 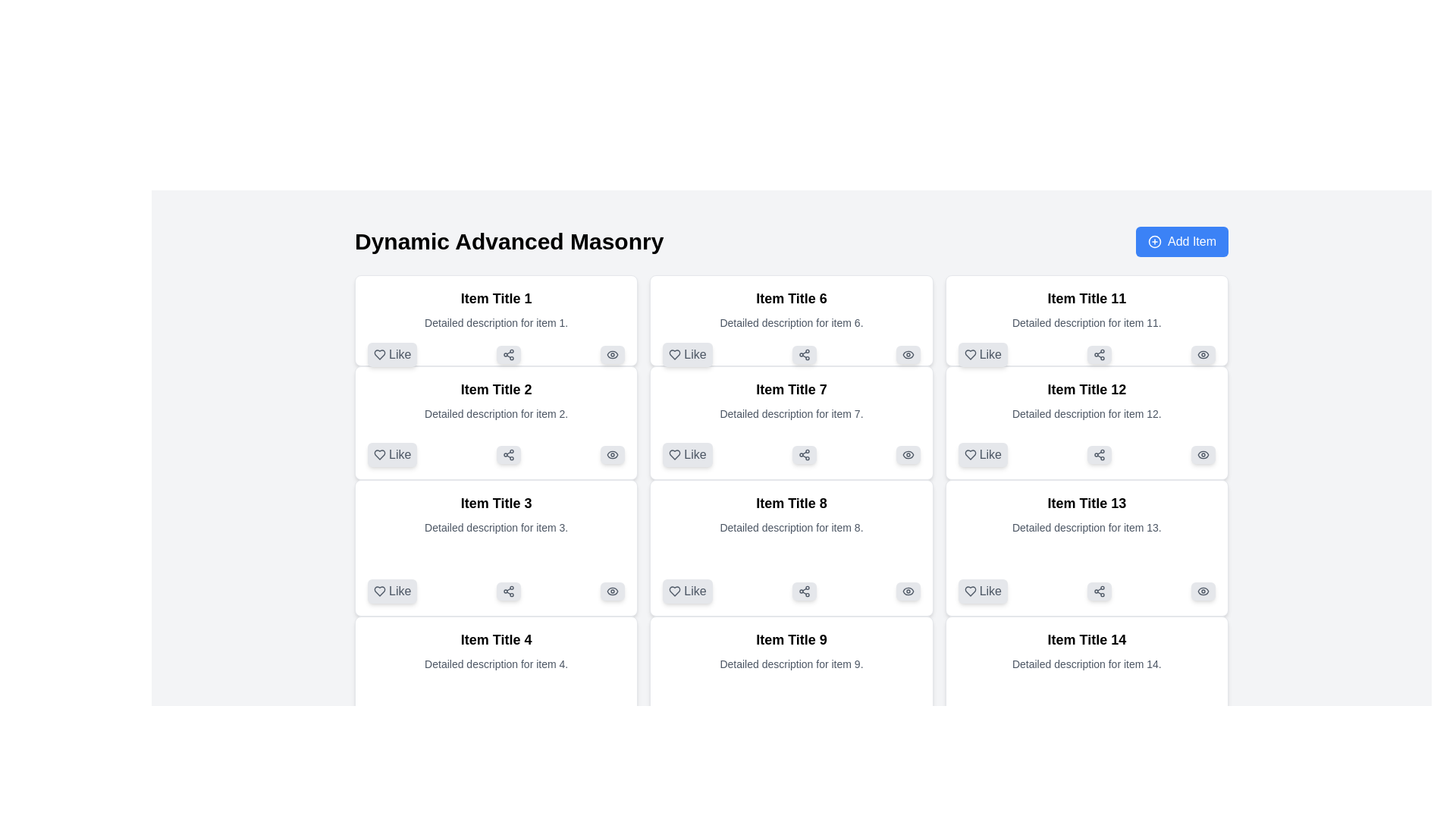 What do you see at coordinates (509, 354) in the screenshot?
I see `the 'Share' button located directly below the 'Like' button for 'Item Title 1' to view the context menu` at bounding box center [509, 354].